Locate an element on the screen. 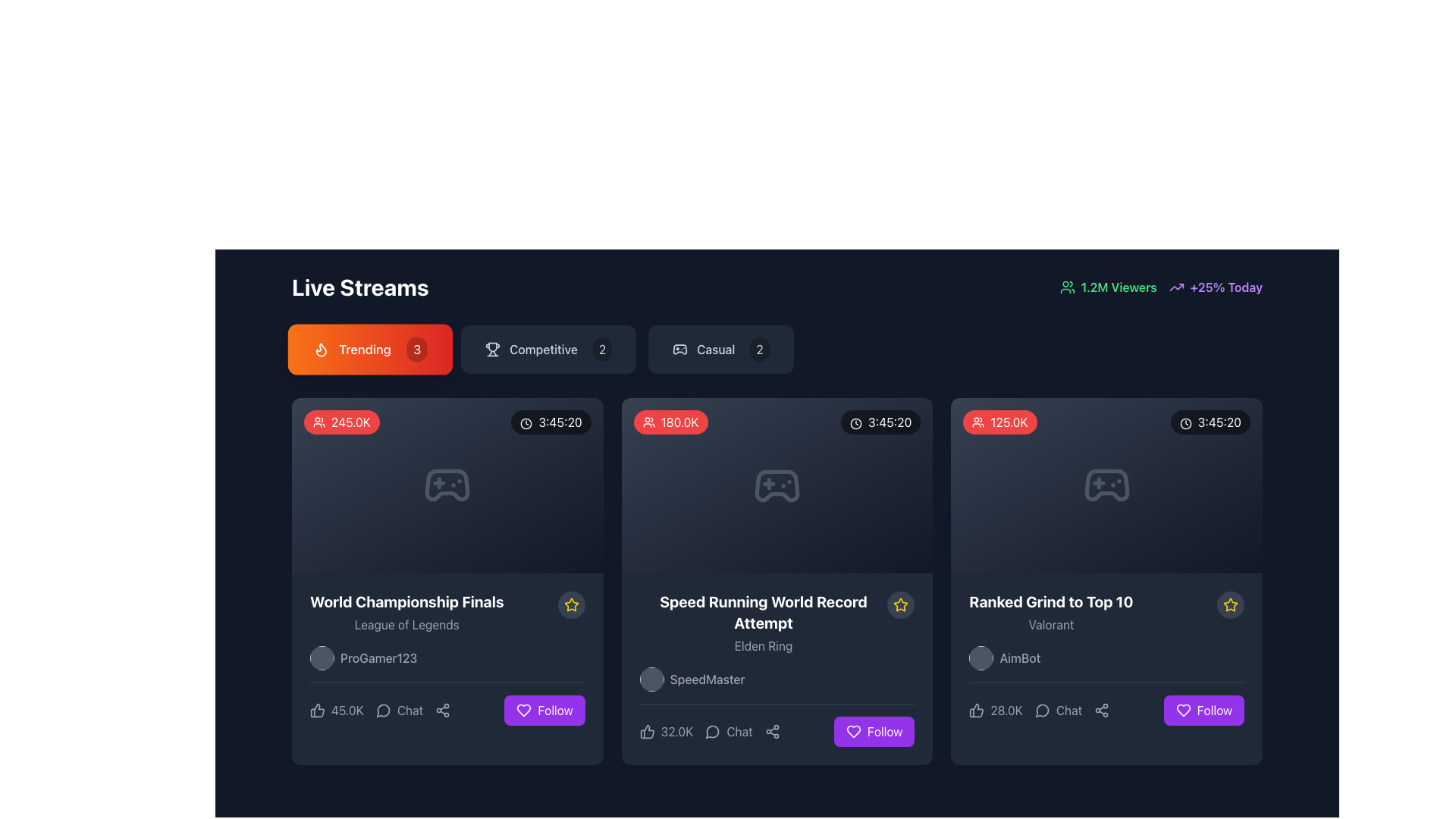 This screenshot has height=819, width=1456. the static text label displaying 'Elden Ring' located in the middle card of the three-column layout in the 'Live Streams' section, beneath 'Speed Running World Record Attempt' and above the username 'SpeedMaster' is located at coordinates (764, 646).